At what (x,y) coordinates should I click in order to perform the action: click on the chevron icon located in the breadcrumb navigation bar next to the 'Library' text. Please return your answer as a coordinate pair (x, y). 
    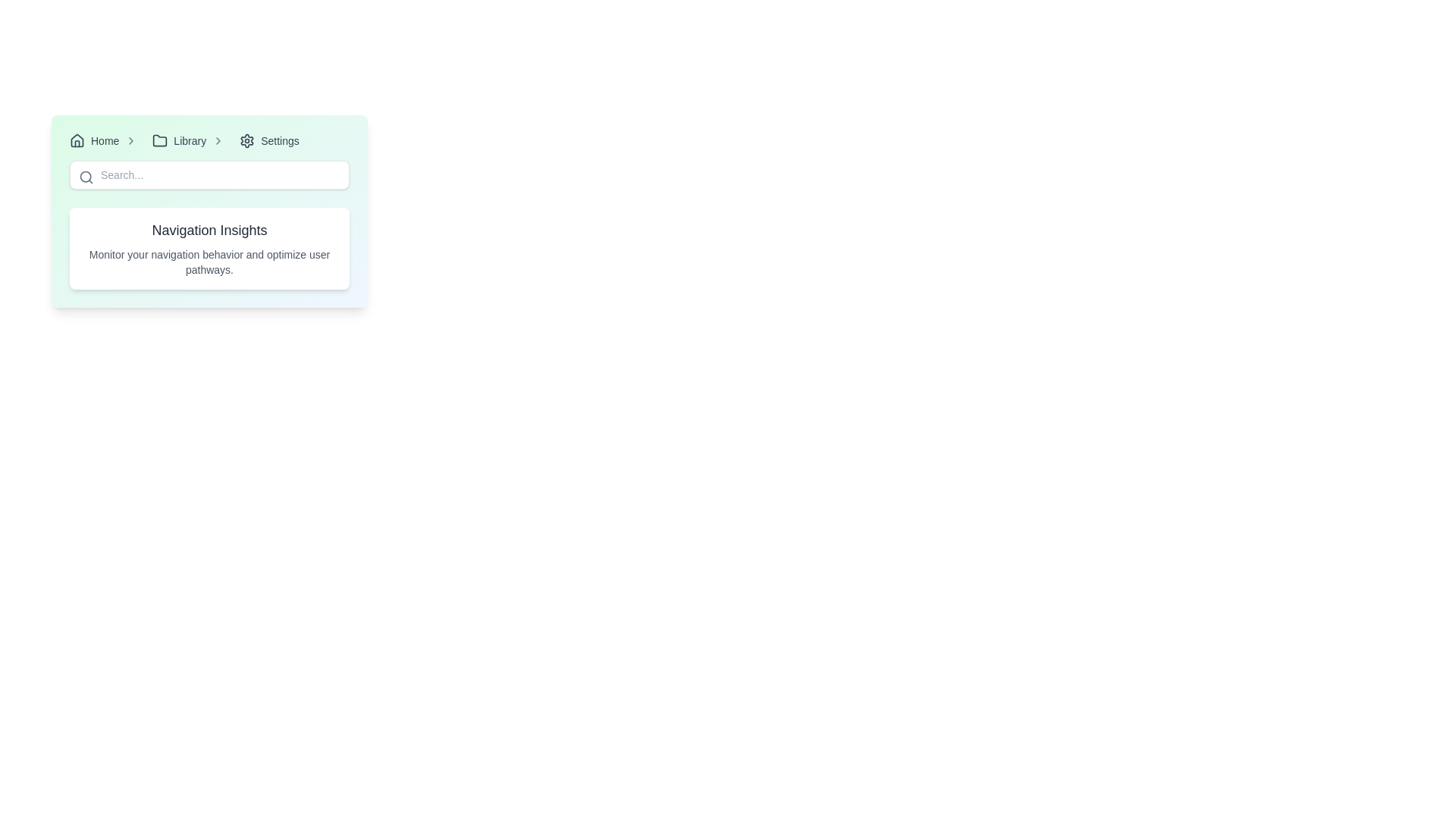
    Looking at the image, I should click on (218, 140).